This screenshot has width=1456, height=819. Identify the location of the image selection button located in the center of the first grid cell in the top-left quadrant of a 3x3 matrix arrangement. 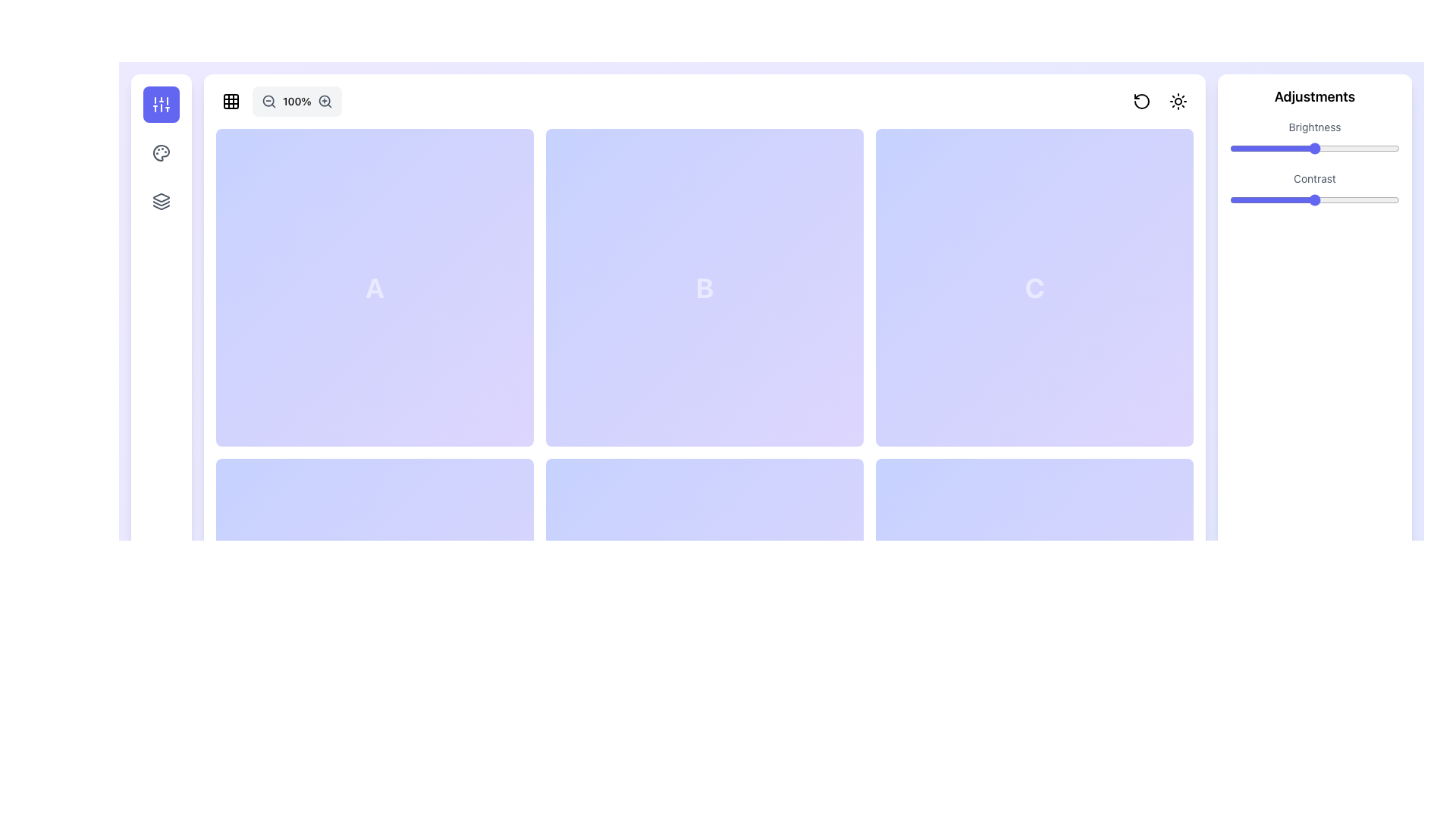
(375, 287).